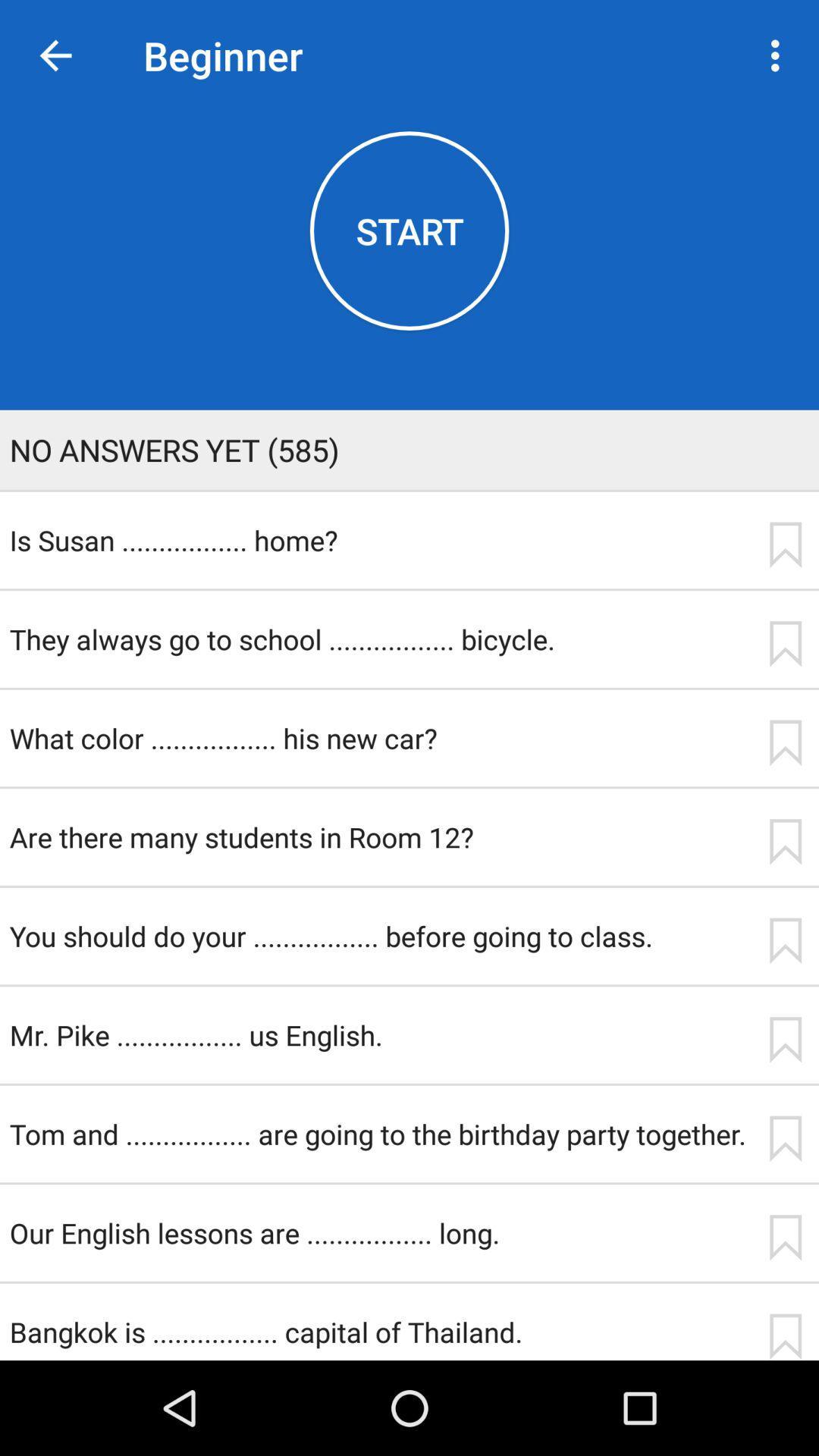 The image size is (819, 1456). What do you see at coordinates (785, 940) in the screenshot?
I see `the item next to you should do icon` at bounding box center [785, 940].